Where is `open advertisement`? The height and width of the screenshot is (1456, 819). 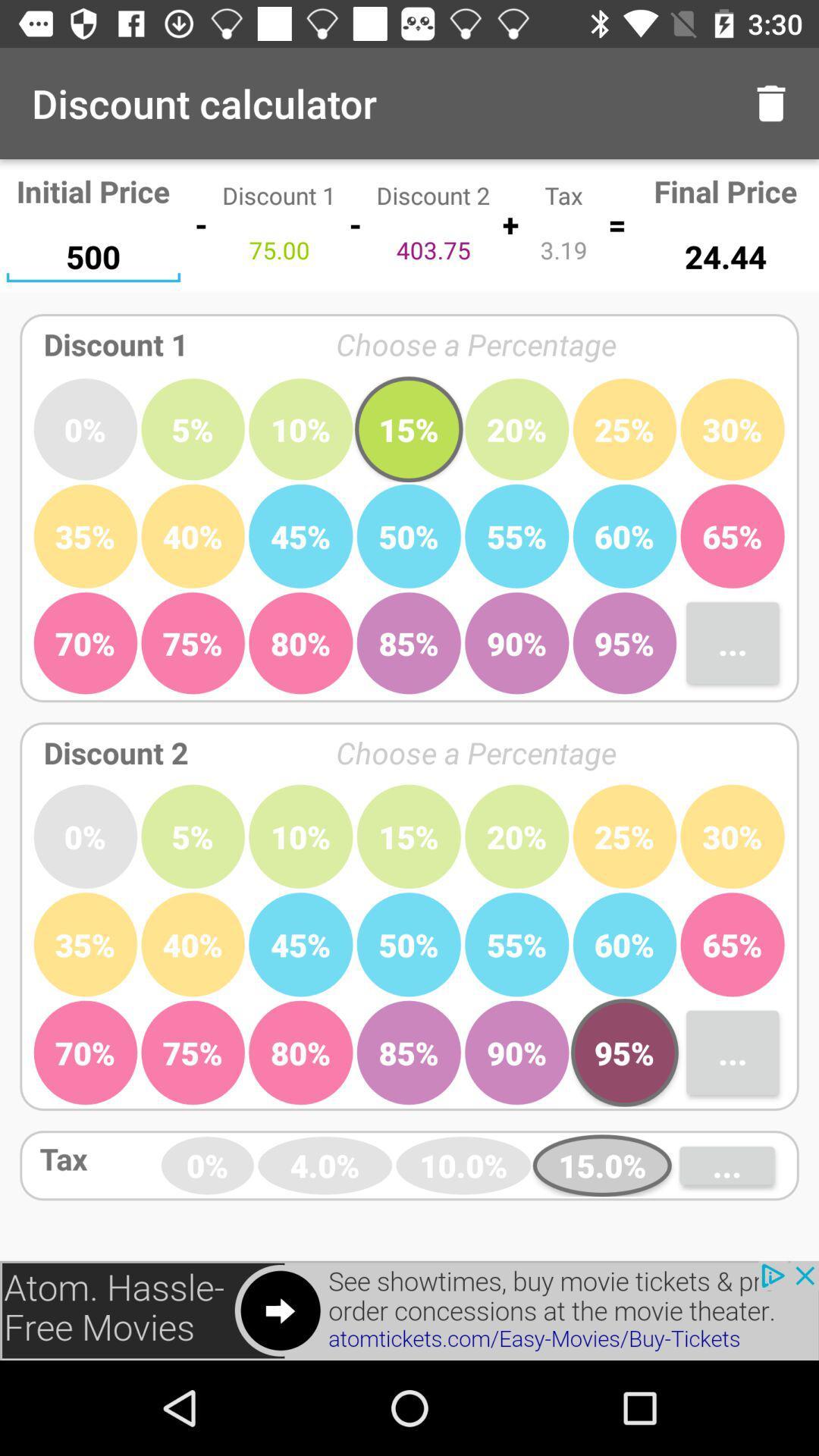 open advertisement is located at coordinates (409, 1310).